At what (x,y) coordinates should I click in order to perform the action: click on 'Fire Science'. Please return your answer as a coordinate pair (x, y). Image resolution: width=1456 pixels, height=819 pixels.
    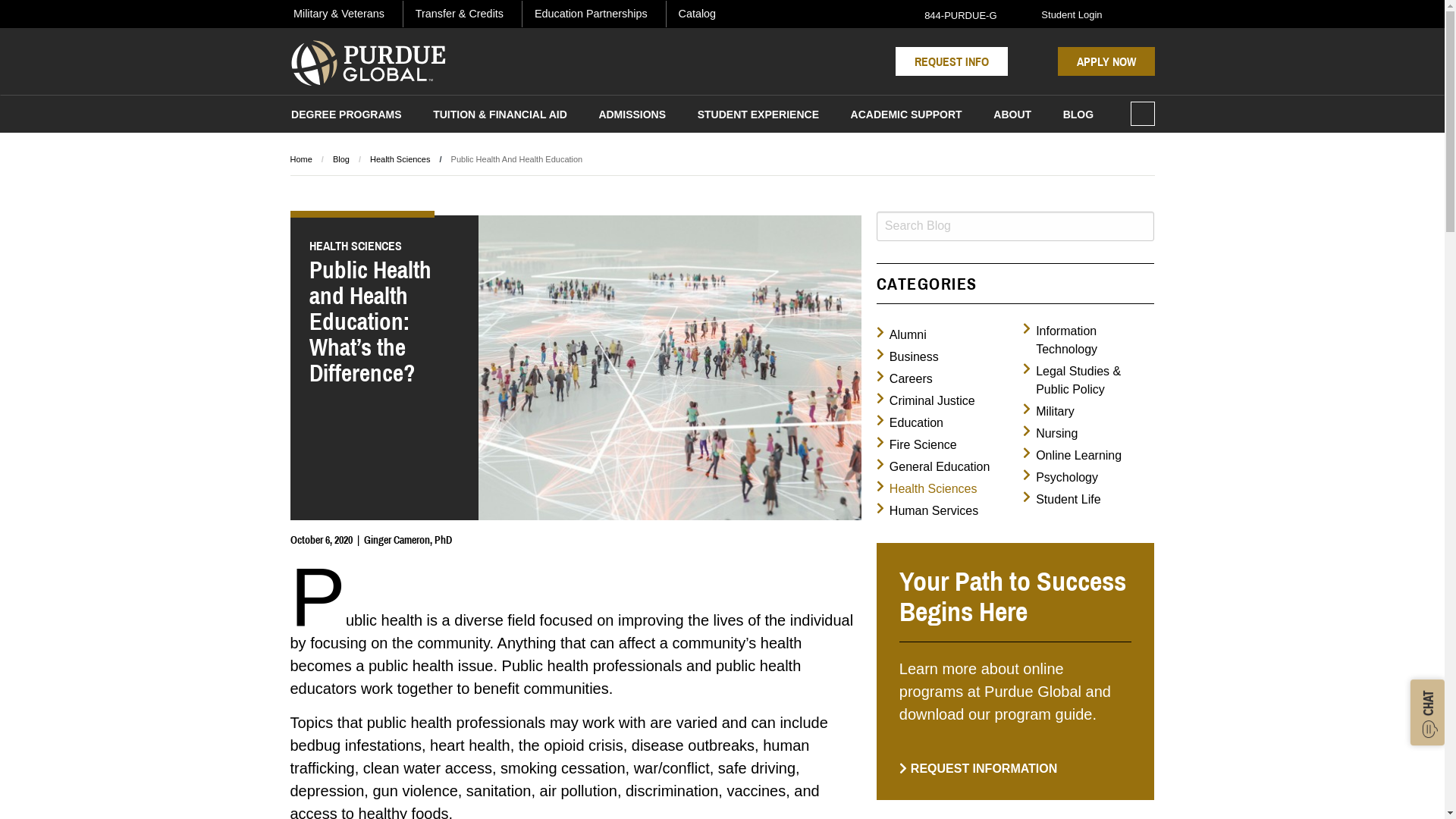
    Looking at the image, I should click on (916, 444).